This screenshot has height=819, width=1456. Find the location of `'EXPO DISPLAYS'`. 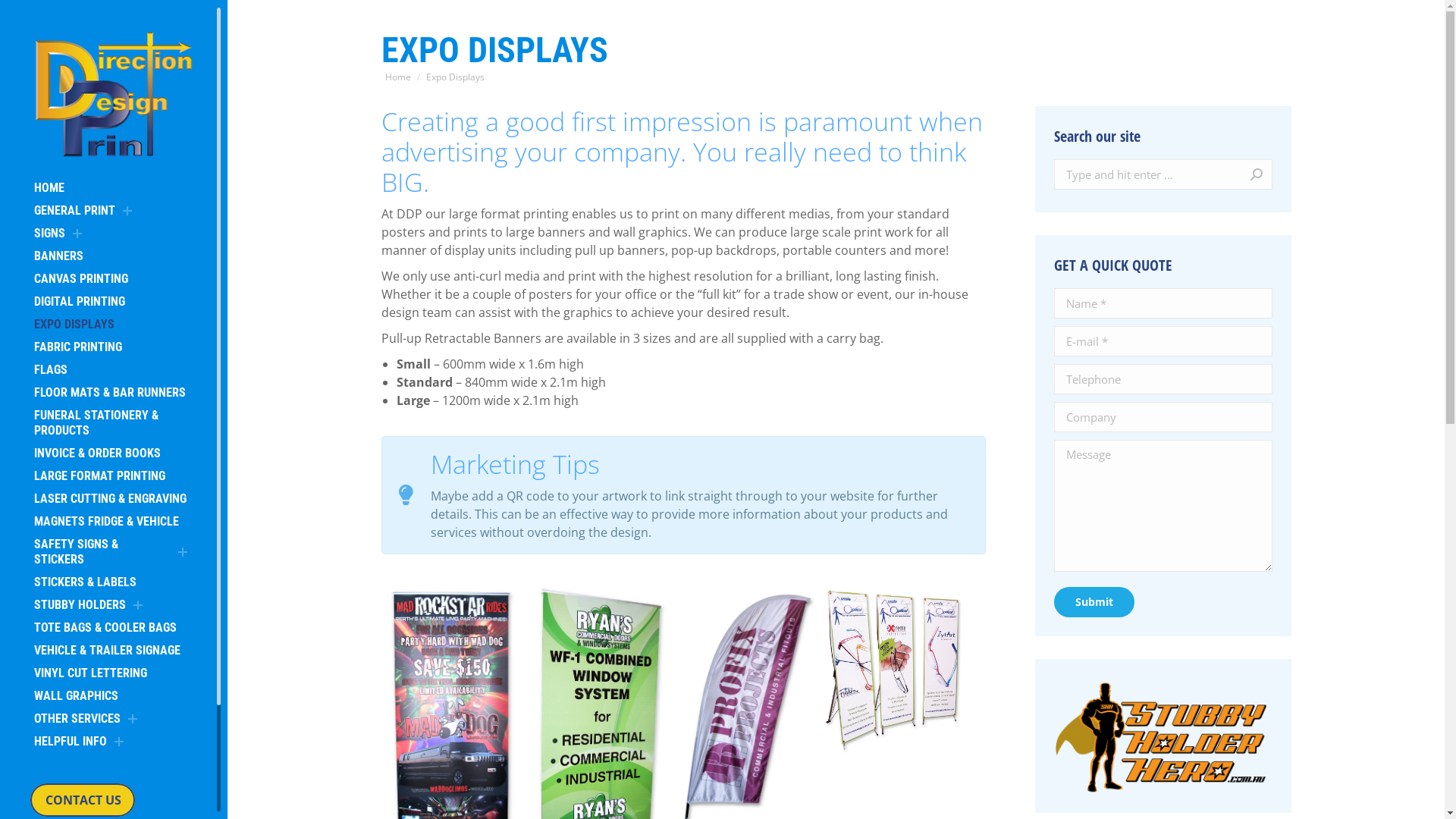

'EXPO DISPLAYS' is located at coordinates (73, 324).